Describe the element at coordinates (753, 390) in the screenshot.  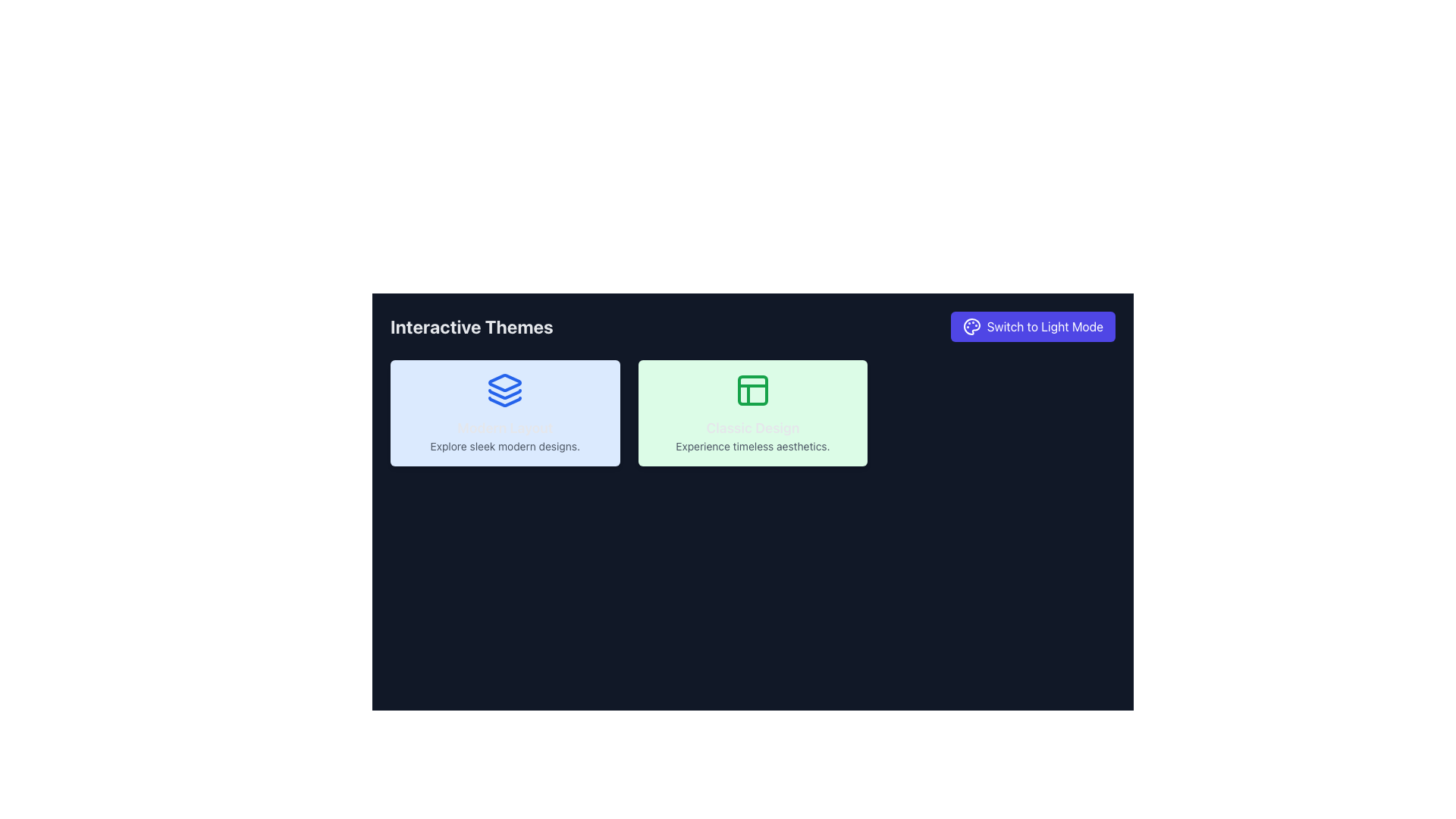
I see `the small rectangular Icon component with rounded corners located within the larger green-themed icon to the left of center, above the label 'Classic Design'` at that location.